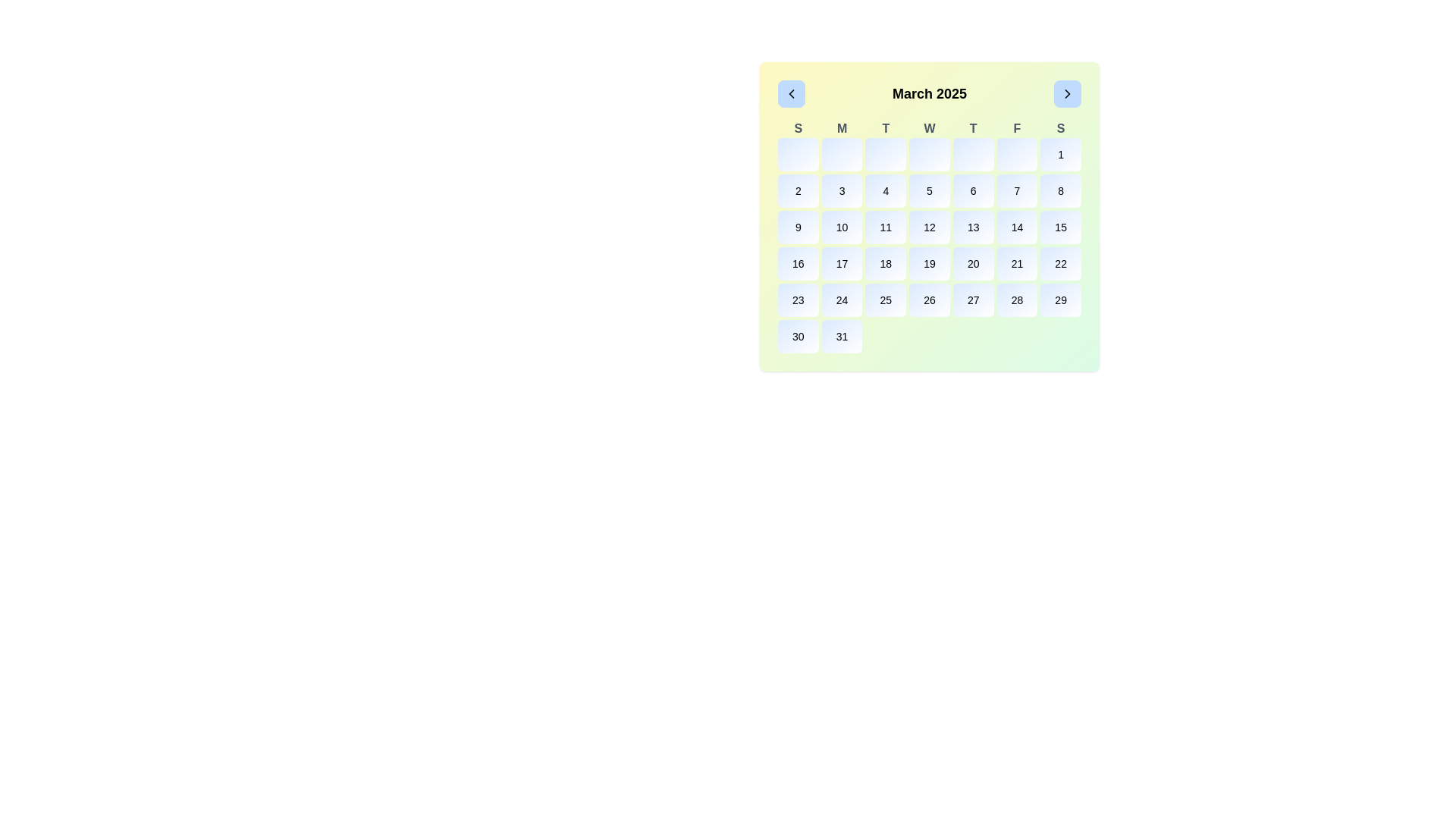  I want to click on the calendar day button for March 26, 2025, which is styled as a small rounded rectangle with a gradient background and displays the number '26' in black, so click(928, 300).